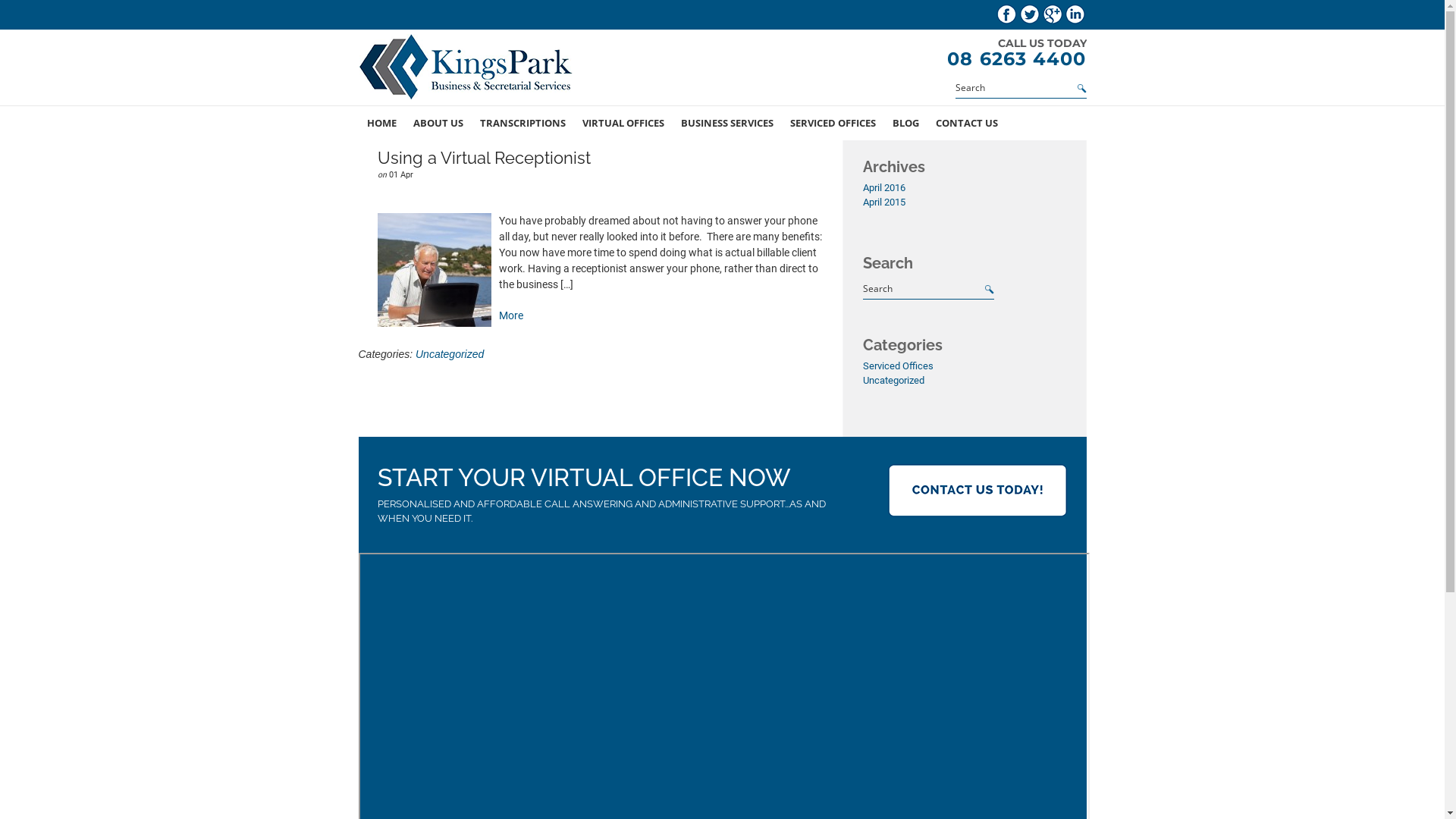  I want to click on 'Using a Virtual Receptionist', so click(483, 158).